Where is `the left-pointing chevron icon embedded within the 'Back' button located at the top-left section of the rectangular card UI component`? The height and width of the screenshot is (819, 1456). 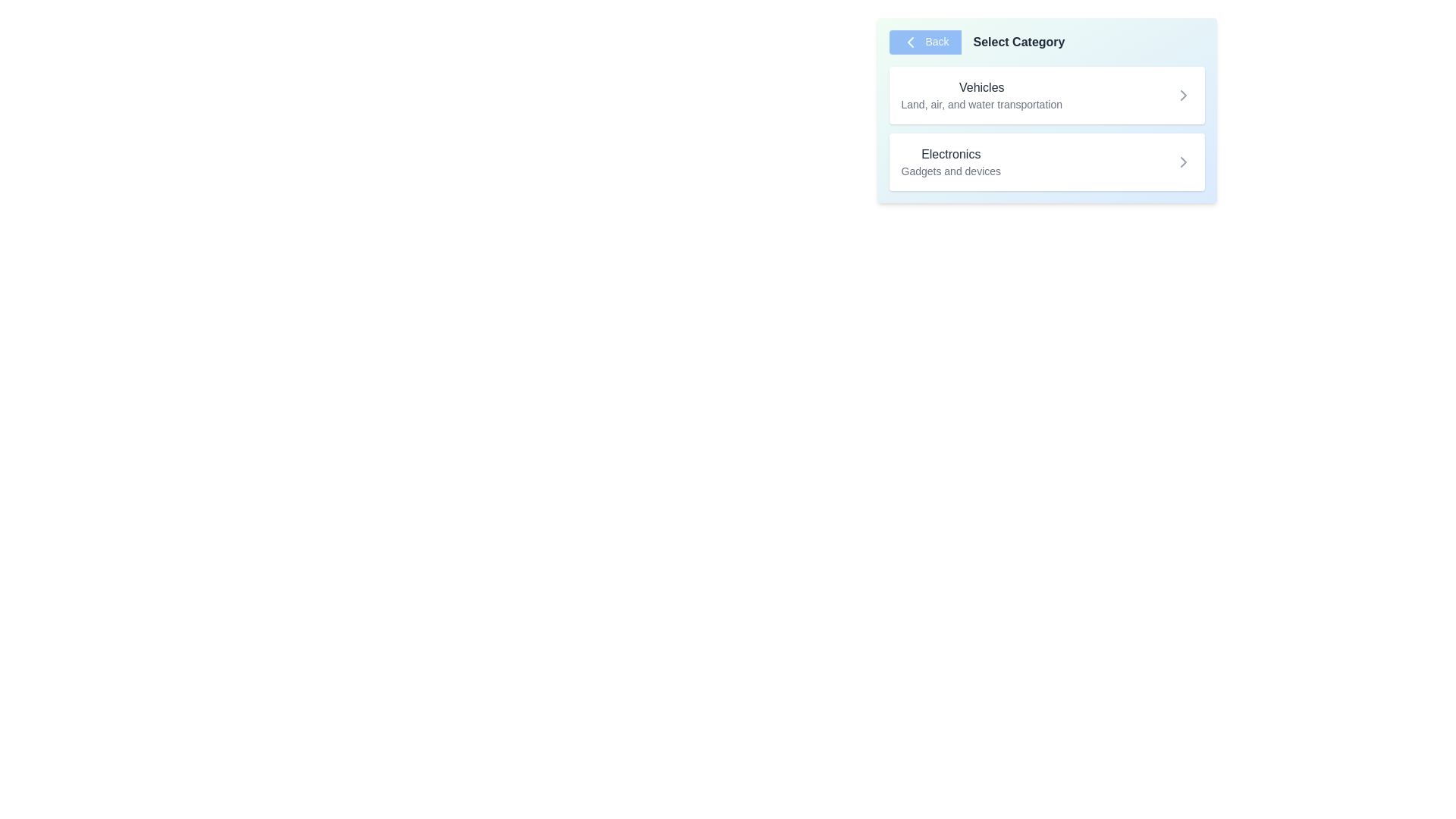
the left-pointing chevron icon embedded within the 'Back' button located at the top-left section of the rectangular card UI component is located at coordinates (910, 42).